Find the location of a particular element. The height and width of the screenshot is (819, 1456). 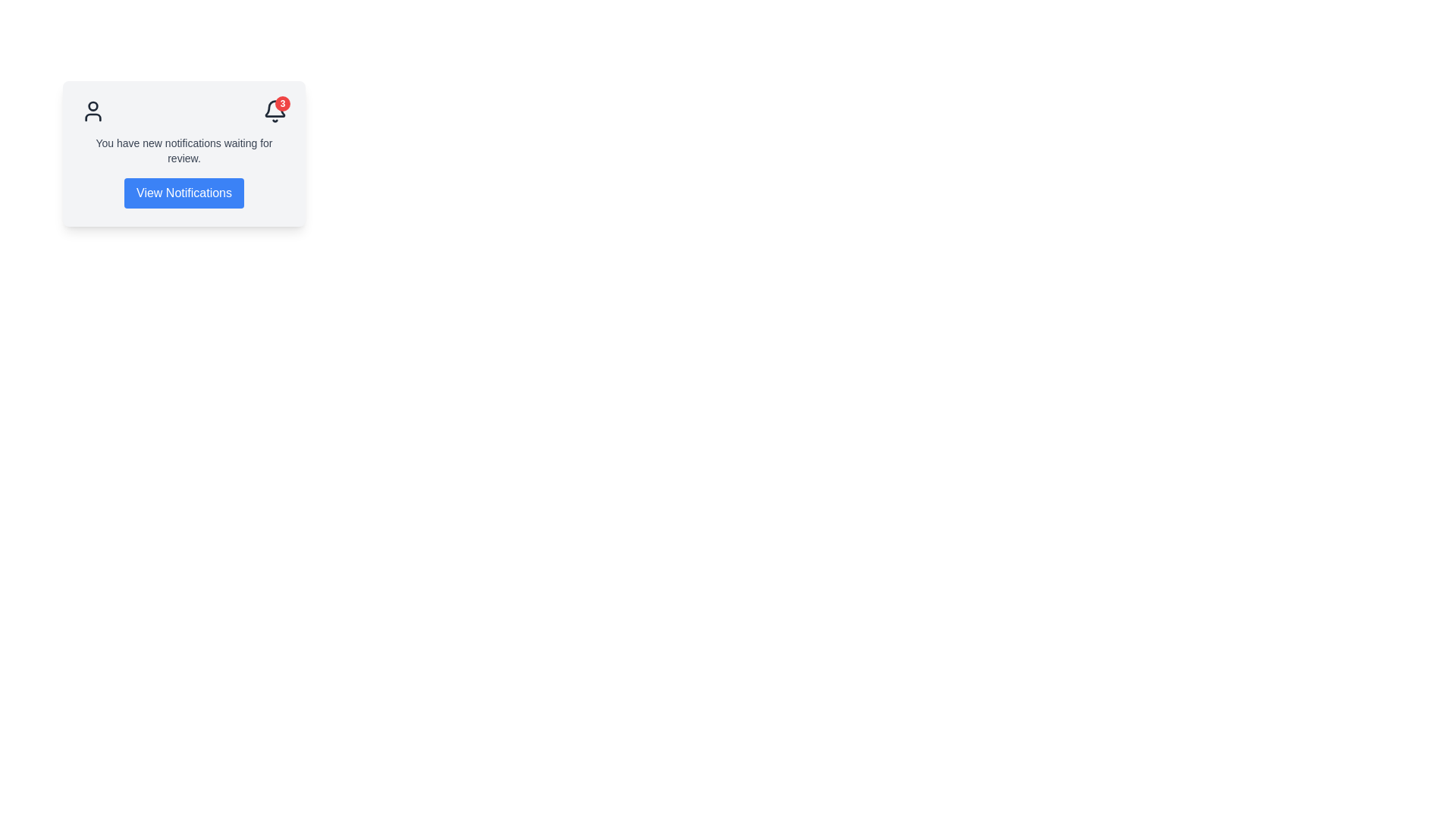

the 'View Notifications' button located in the notification area that displays the message 'You have new notifications waiting for review.' is located at coordinates (184, 171).